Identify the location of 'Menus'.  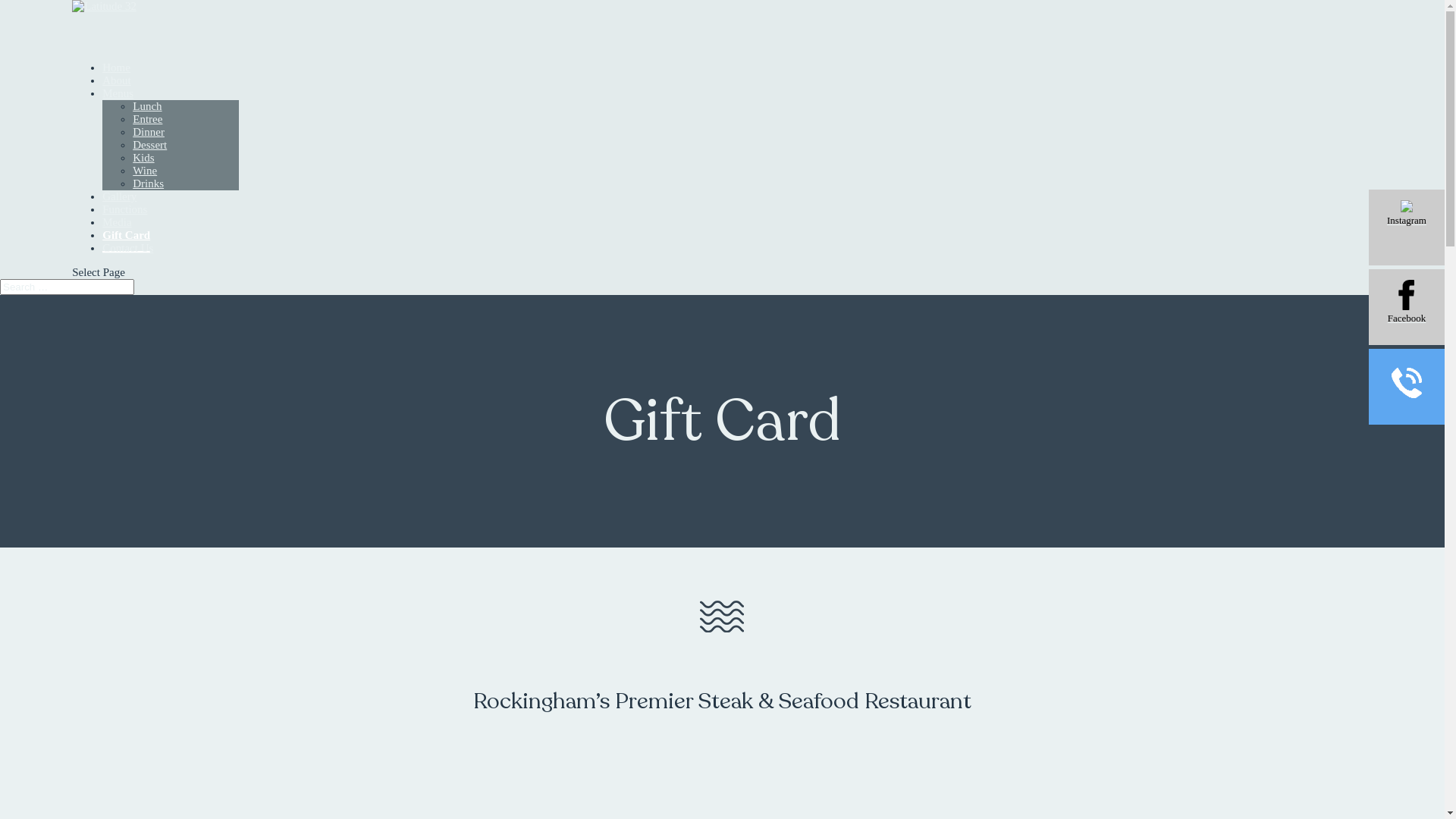
(117, 111).